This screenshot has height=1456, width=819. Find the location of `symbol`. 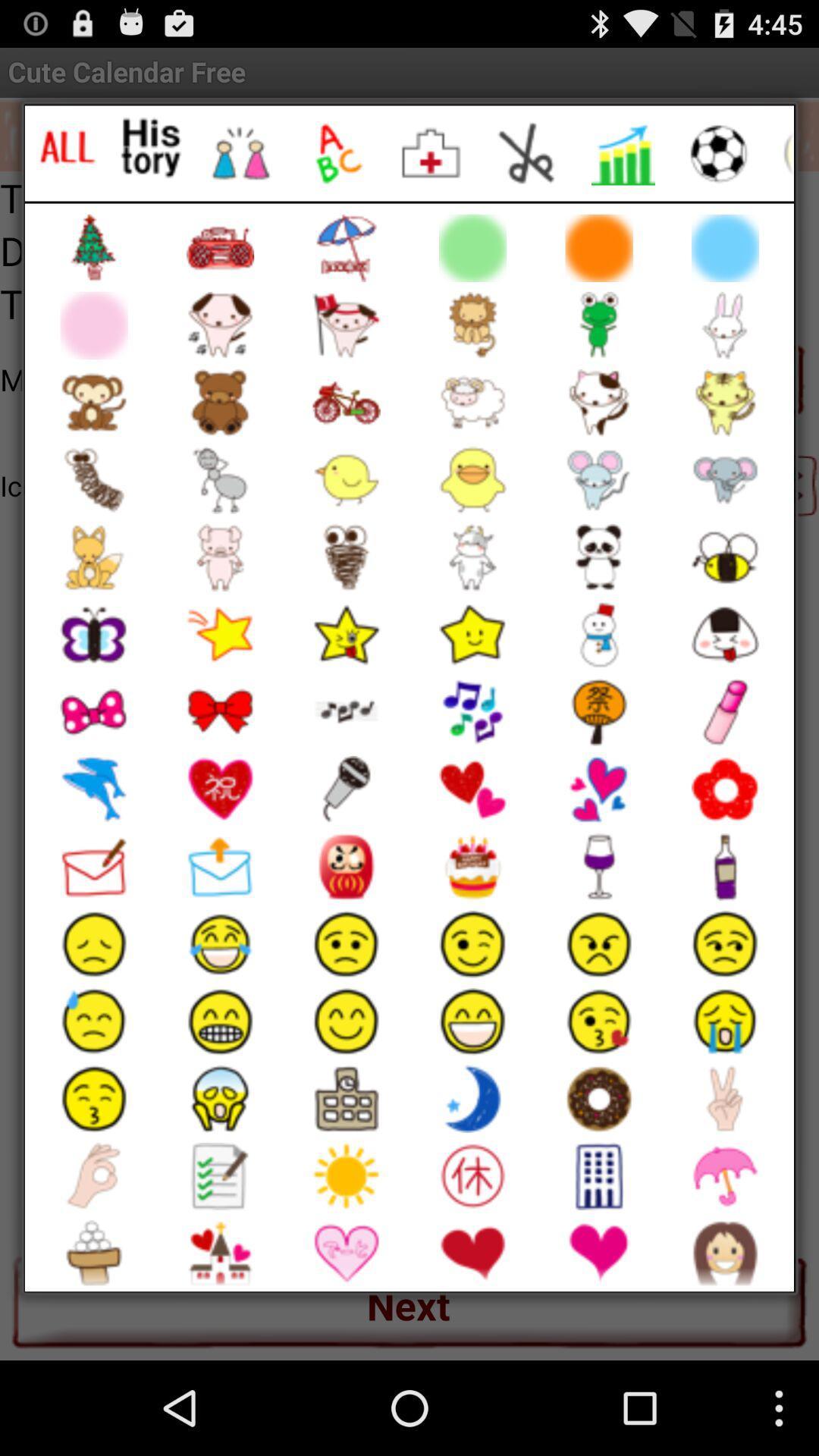

symbol is located at coordinates (240, 153).